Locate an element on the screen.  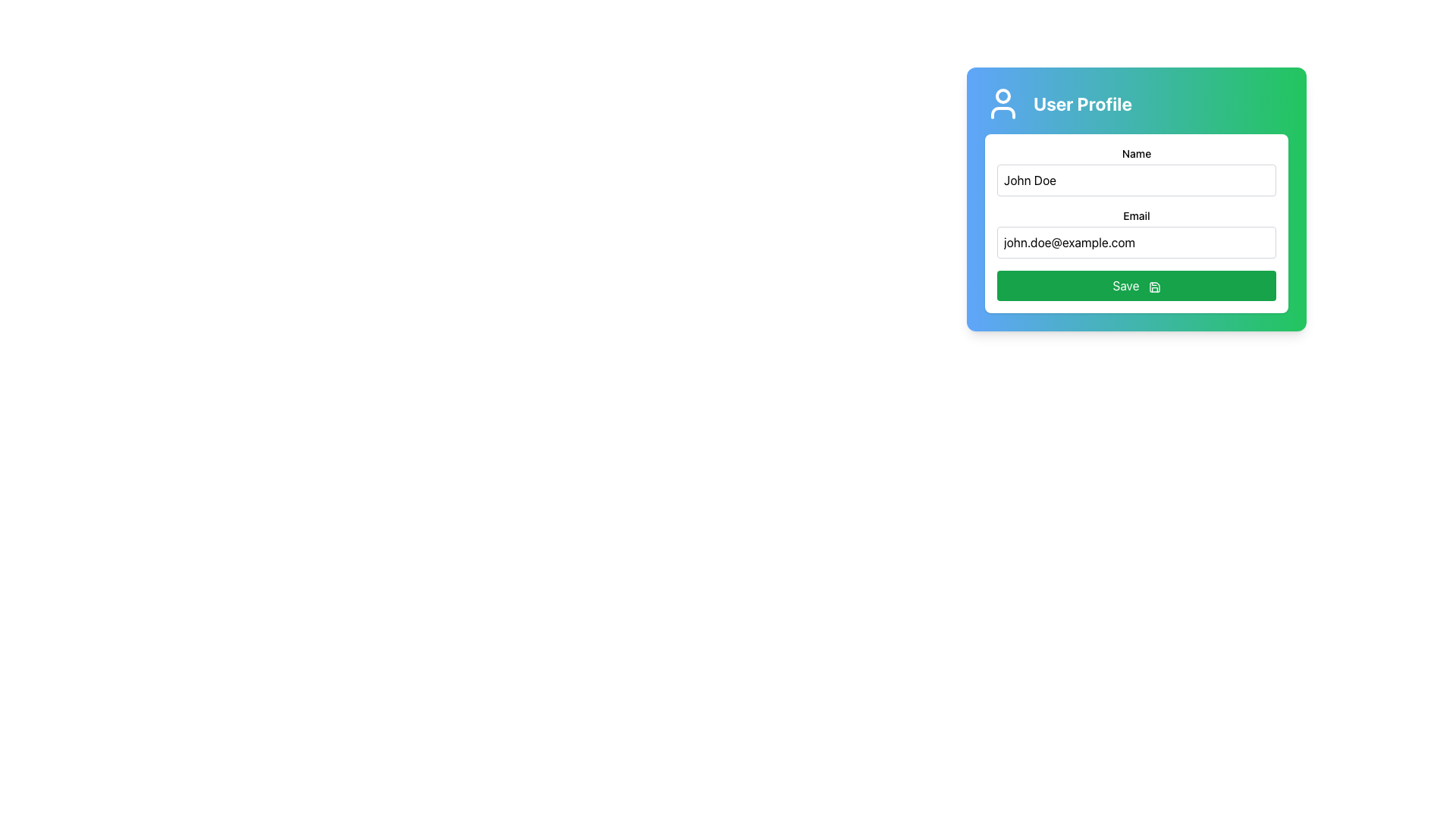
the save action icon represented by a floppy disk located within the save button at the bottom-right corner of the user profile card is located at coordinates (1153, 287).